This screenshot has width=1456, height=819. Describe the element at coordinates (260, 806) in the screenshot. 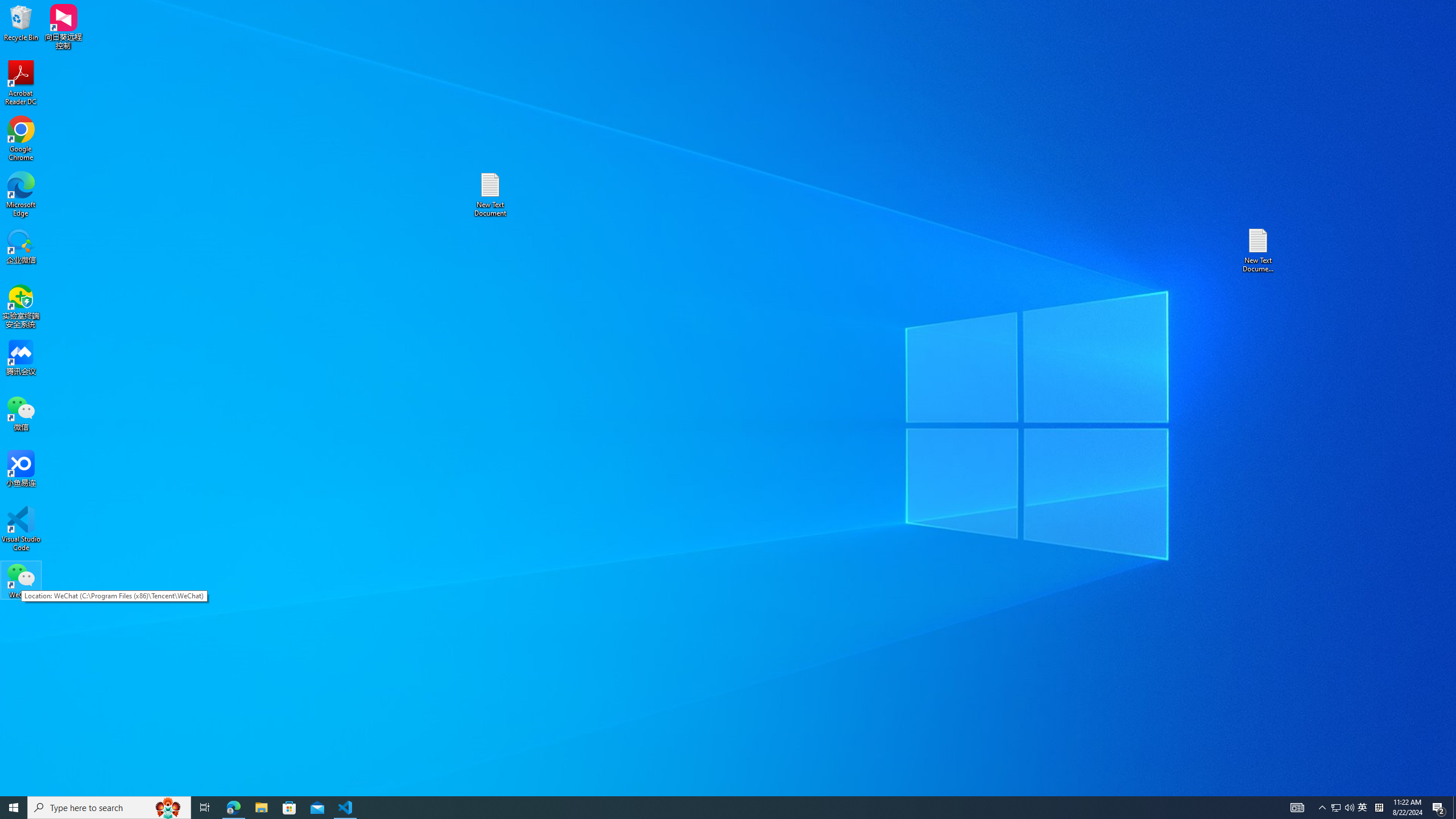

I see `'File Explorer'` at that location.